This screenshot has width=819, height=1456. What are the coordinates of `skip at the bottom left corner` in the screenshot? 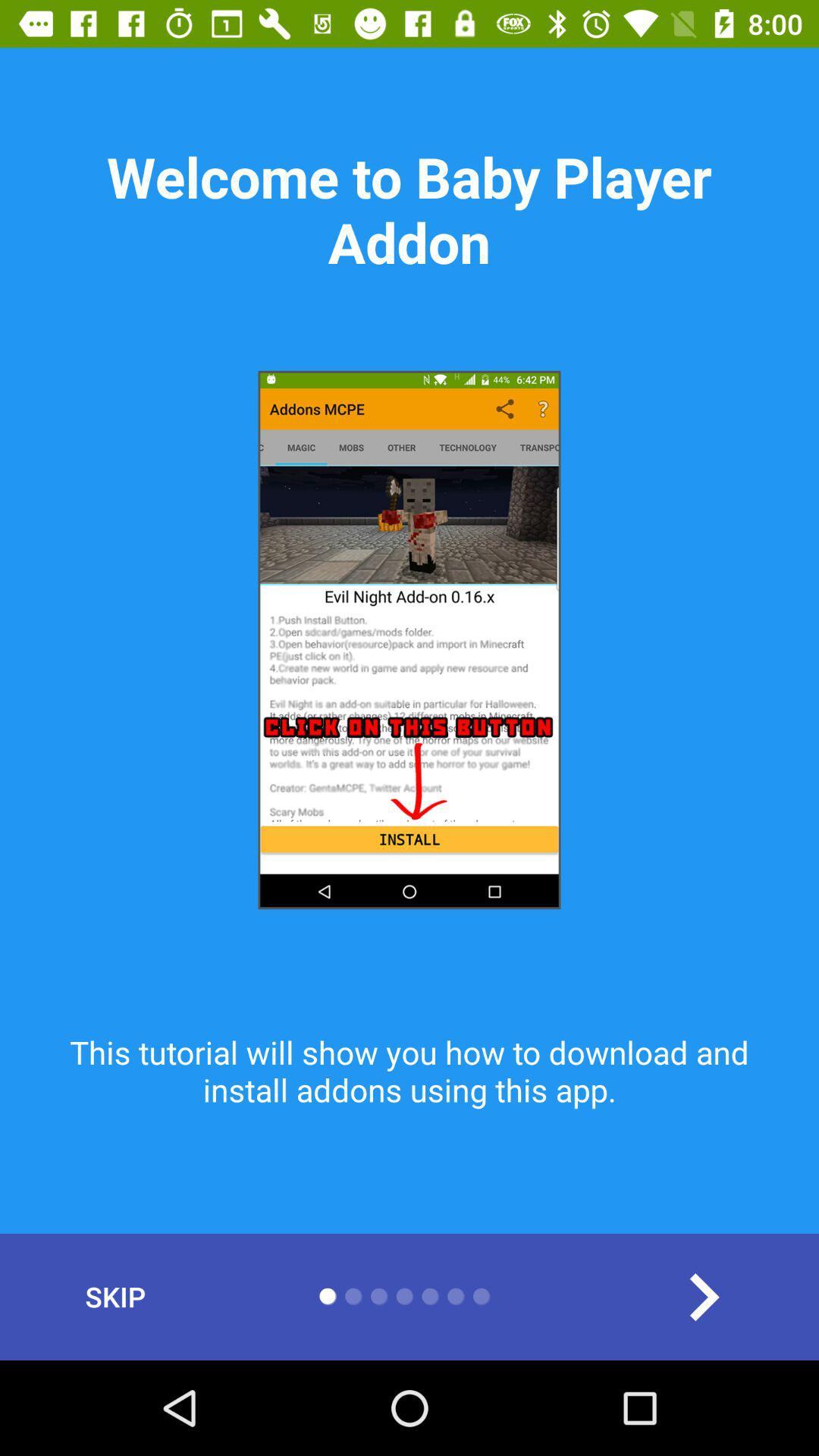 It's located at (115, 1296).